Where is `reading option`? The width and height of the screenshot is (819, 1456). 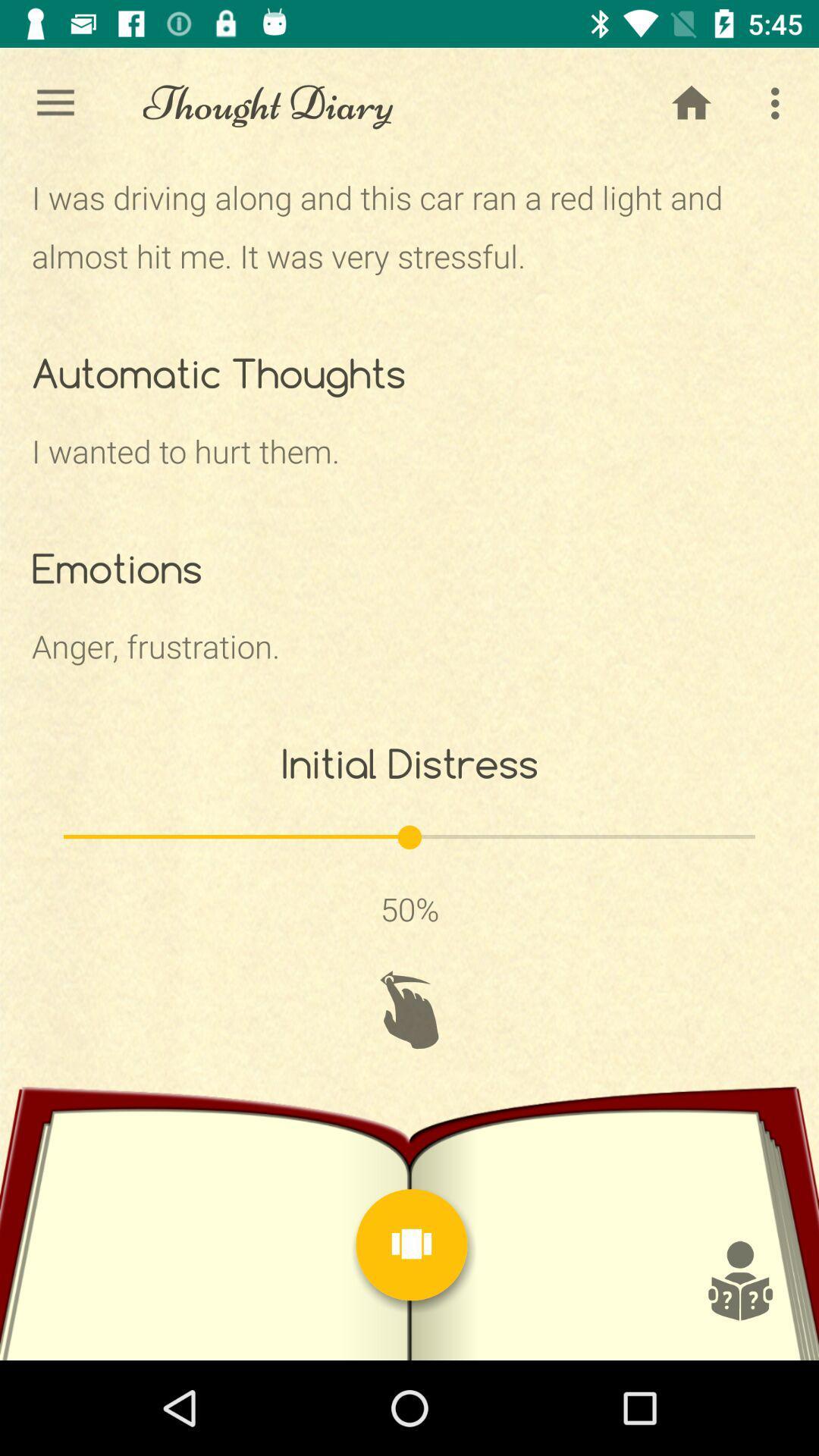 reading option is located at coordinates (739, 1280).